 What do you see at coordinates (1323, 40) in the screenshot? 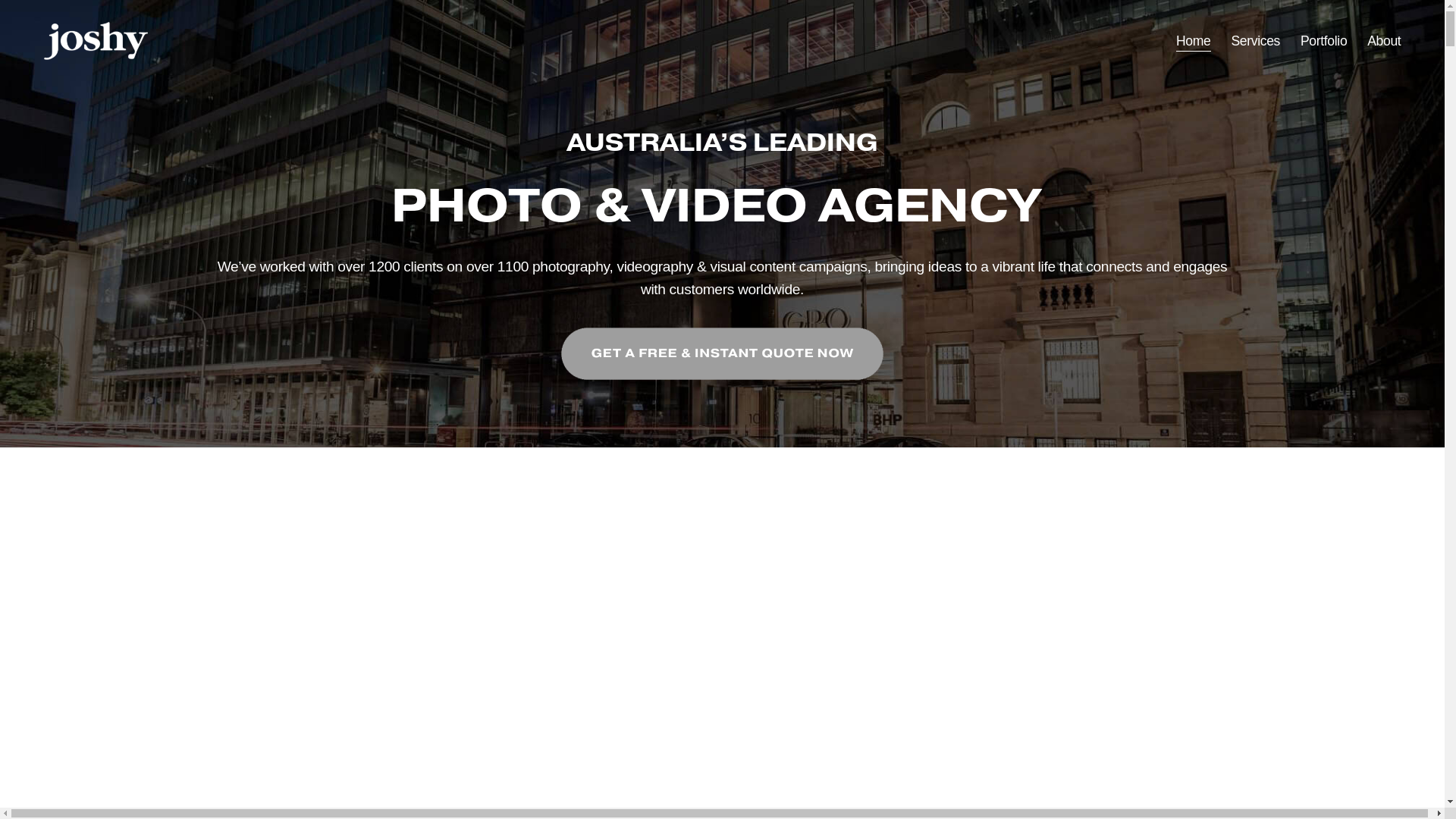
I see `'Portfolio'` at bounding box center [1323, 40].